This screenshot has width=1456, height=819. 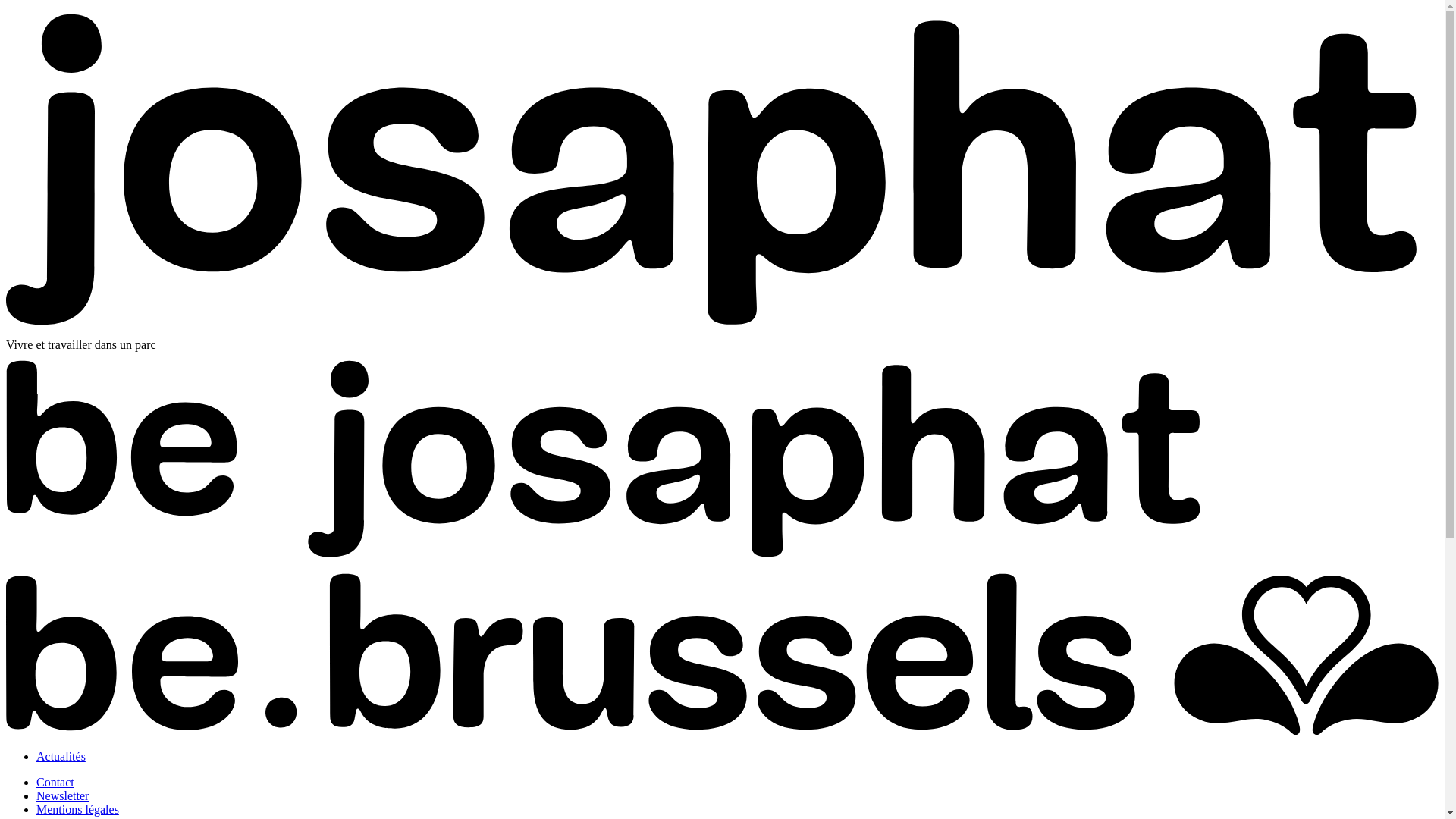 I want to click on 'Newsletter', so click(x=61, y=795).